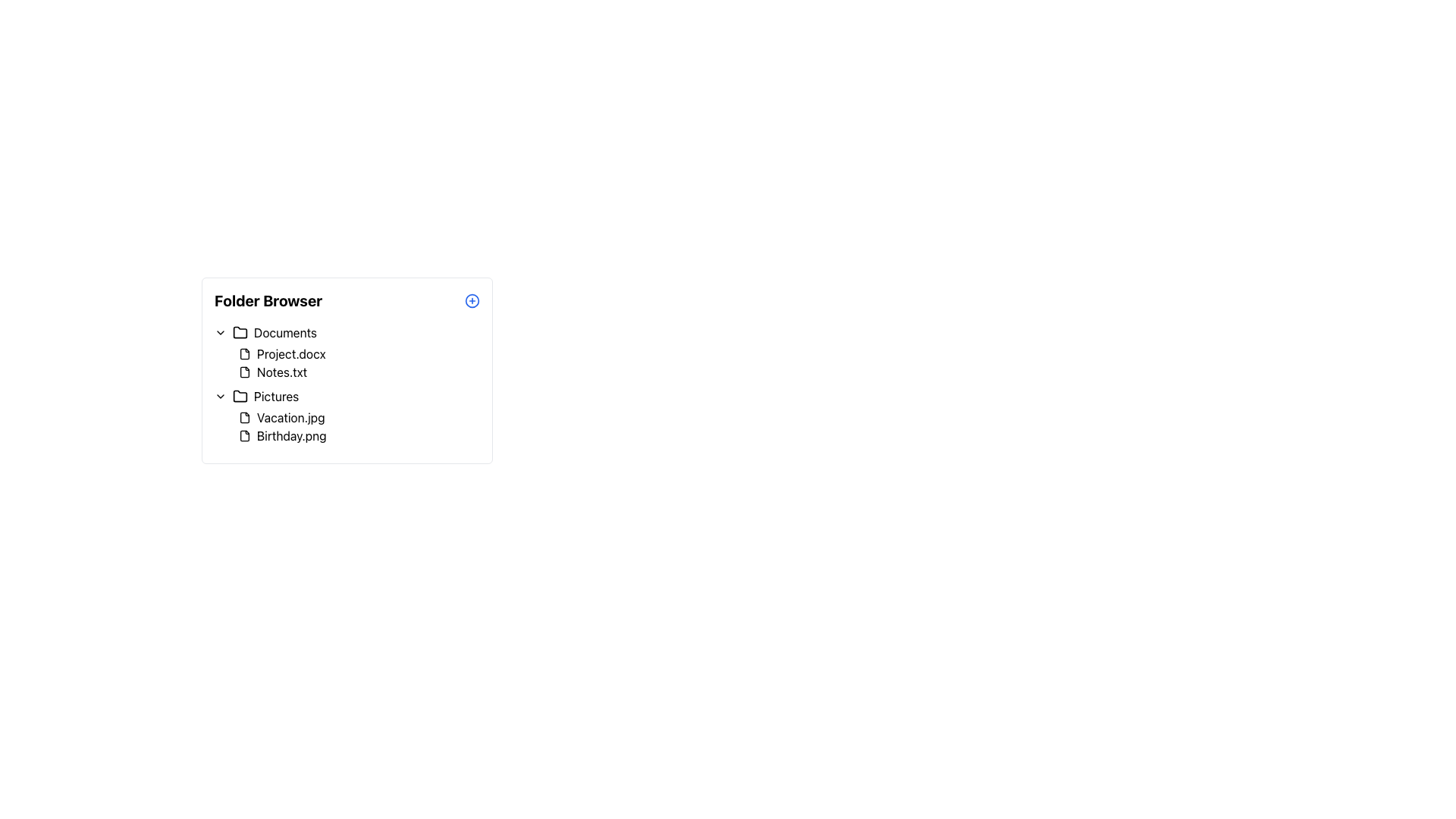 The image size is (1456, 819). I want to click on the folder icon next to the 'Documents' text label in the file tree interface, so click(239, 332).